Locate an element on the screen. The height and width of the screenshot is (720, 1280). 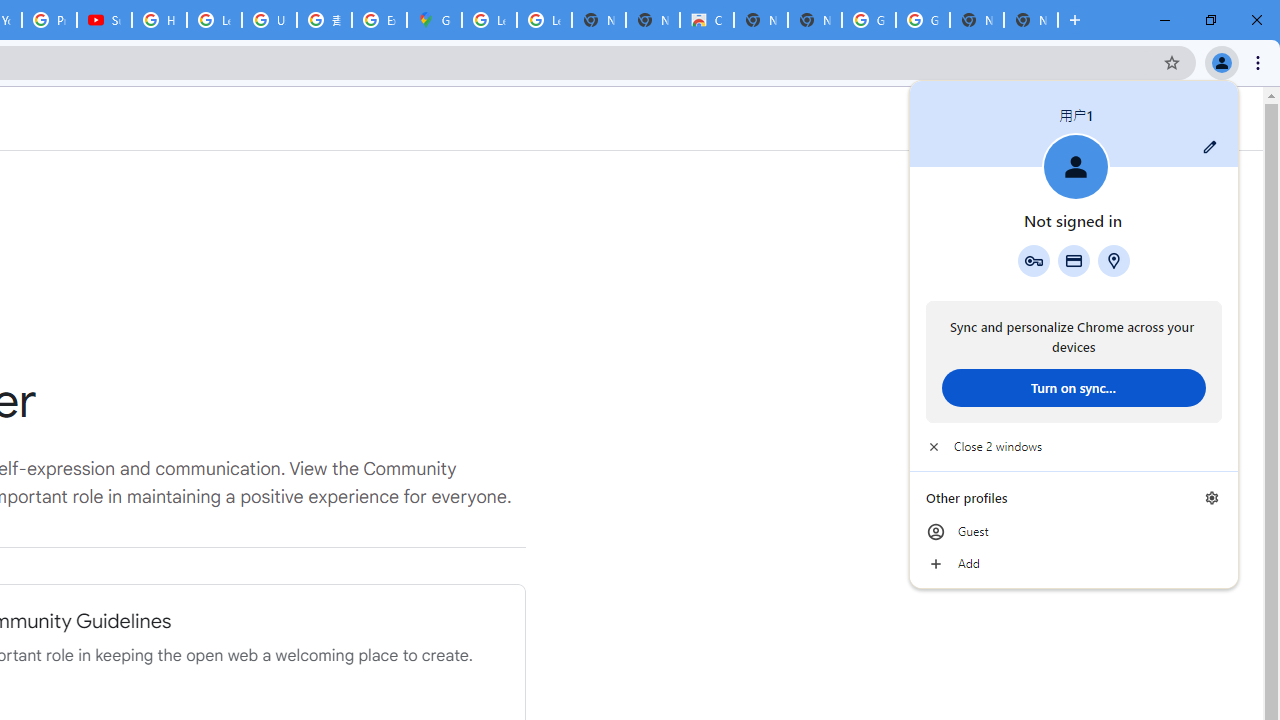
'Manage profiles' is located at coordinates (1211, 497).